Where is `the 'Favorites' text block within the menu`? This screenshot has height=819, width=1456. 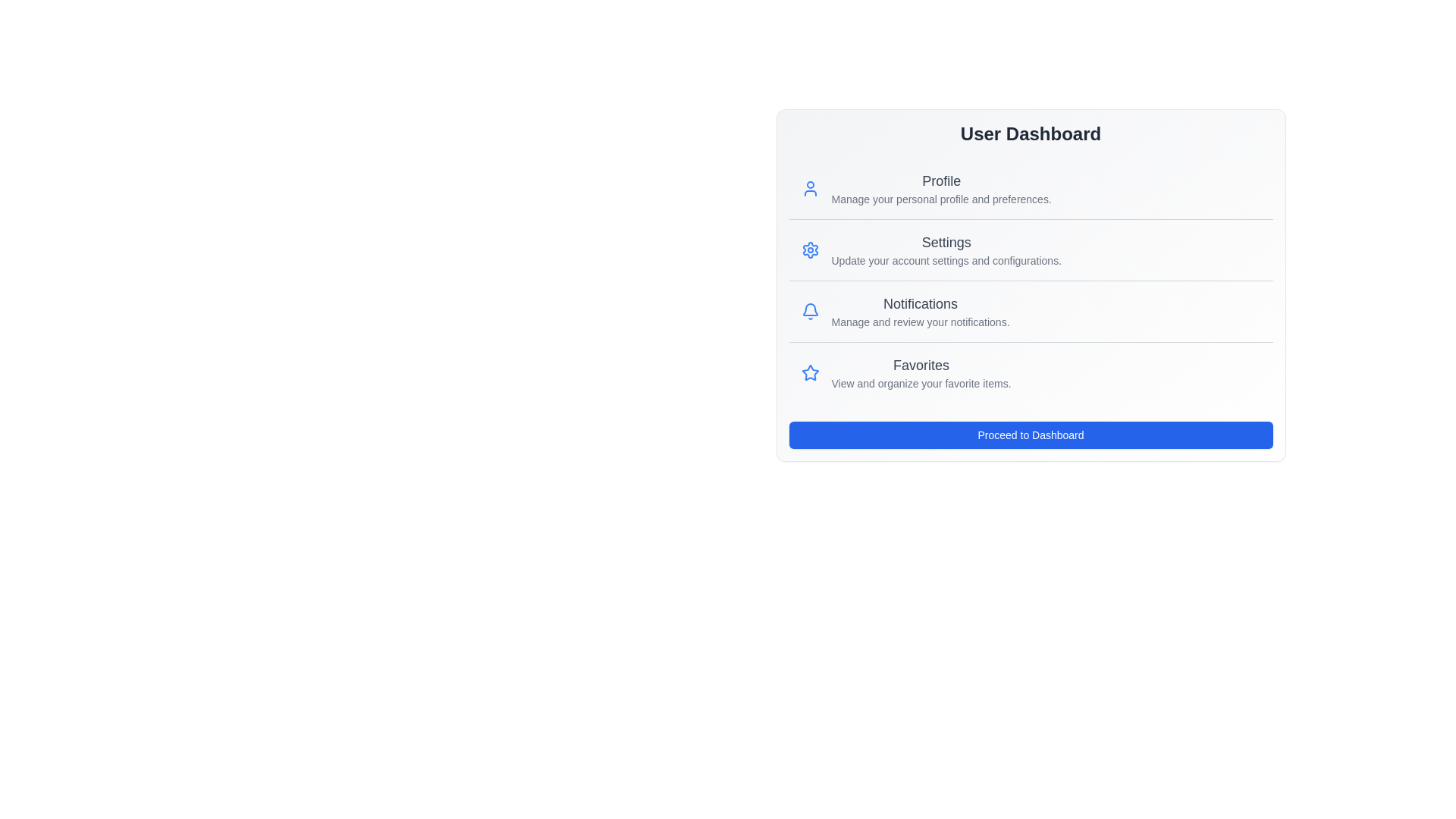 the 'Favorites' text block within the menu is located at coordinates (920, 373).